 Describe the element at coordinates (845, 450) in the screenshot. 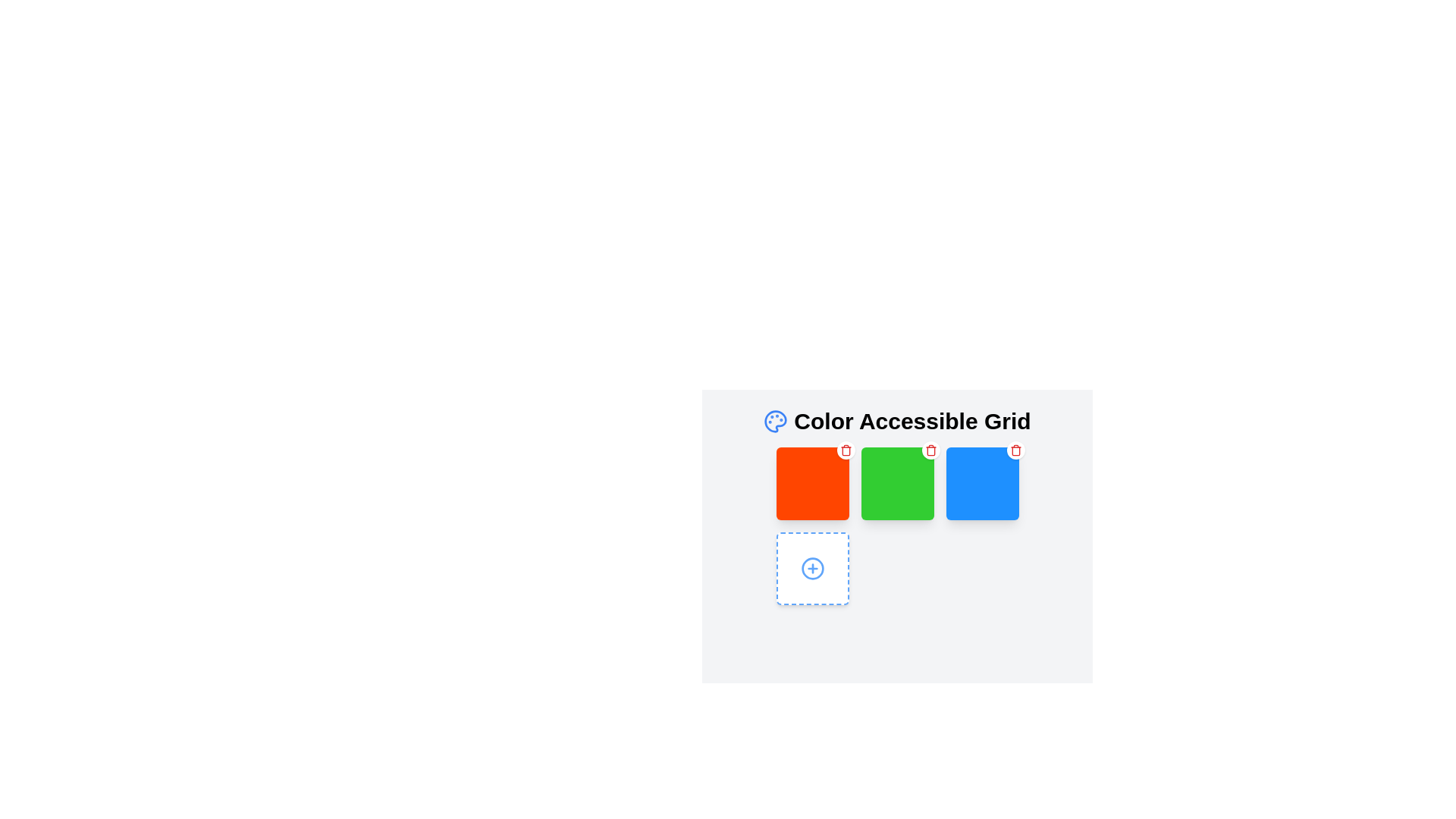

I see `the delete button (trash icon) located at the top-right corner of the green square tile in the 'Color Accessible Grid' interface` at that location.